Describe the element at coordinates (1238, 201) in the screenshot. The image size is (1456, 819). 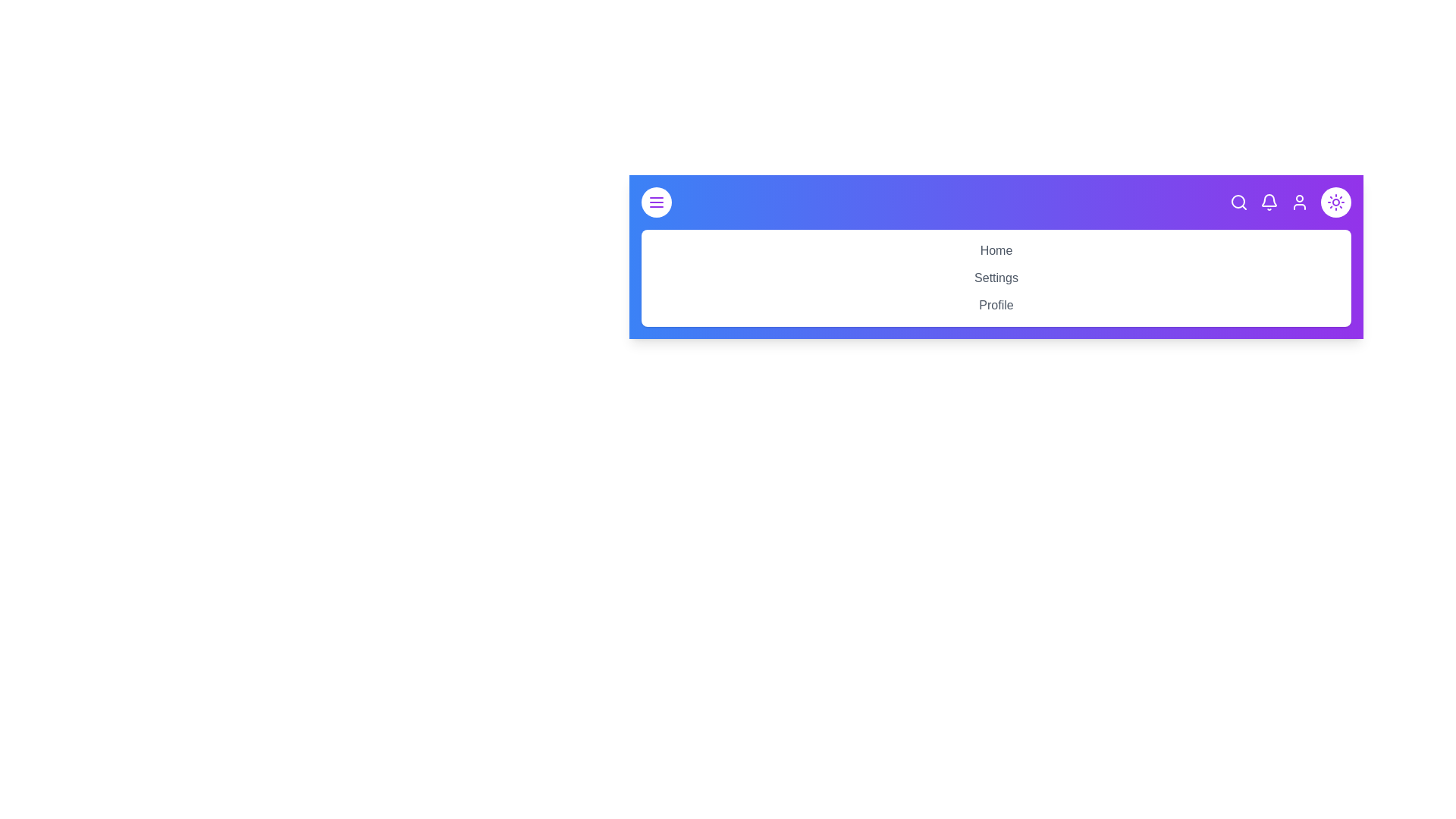
I see `the search button` at that location.